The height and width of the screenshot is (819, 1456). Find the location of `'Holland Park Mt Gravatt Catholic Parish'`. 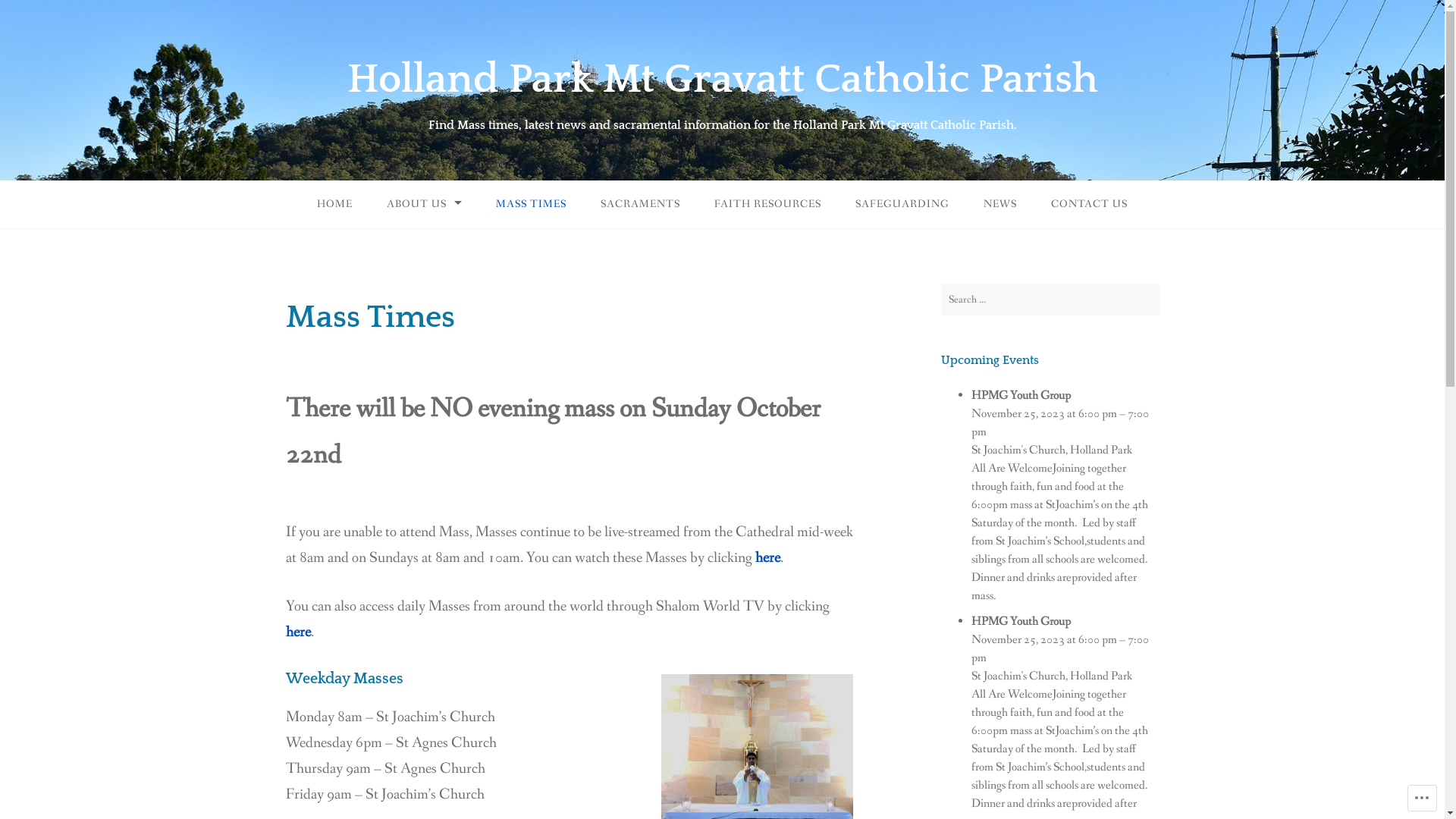

'Holland Park Mt Gravatt Catholic Parish' is located at coordinates (722, 79).